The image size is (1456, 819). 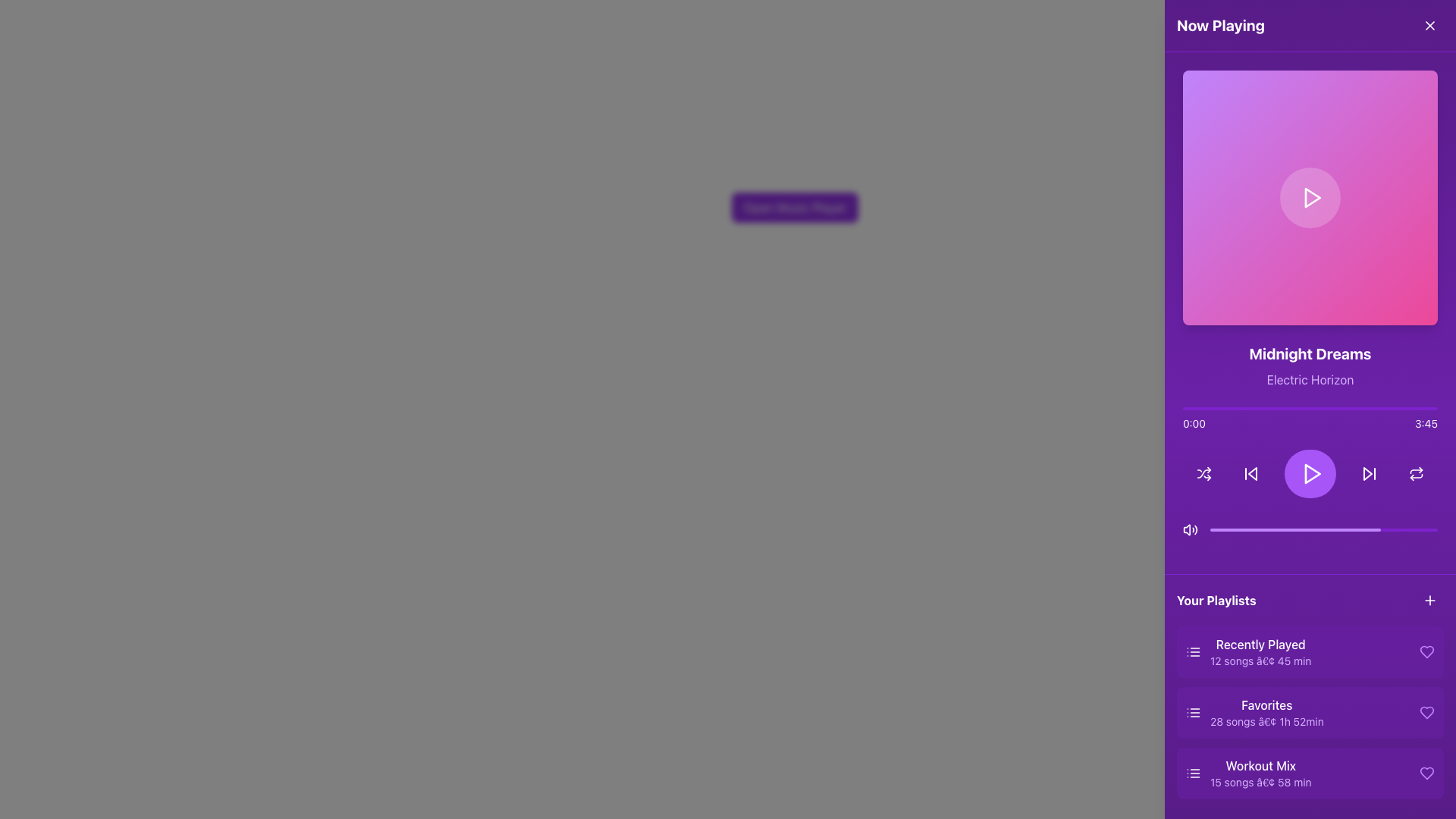 I want to click on media playback progress, so click(x=1296, y=529).